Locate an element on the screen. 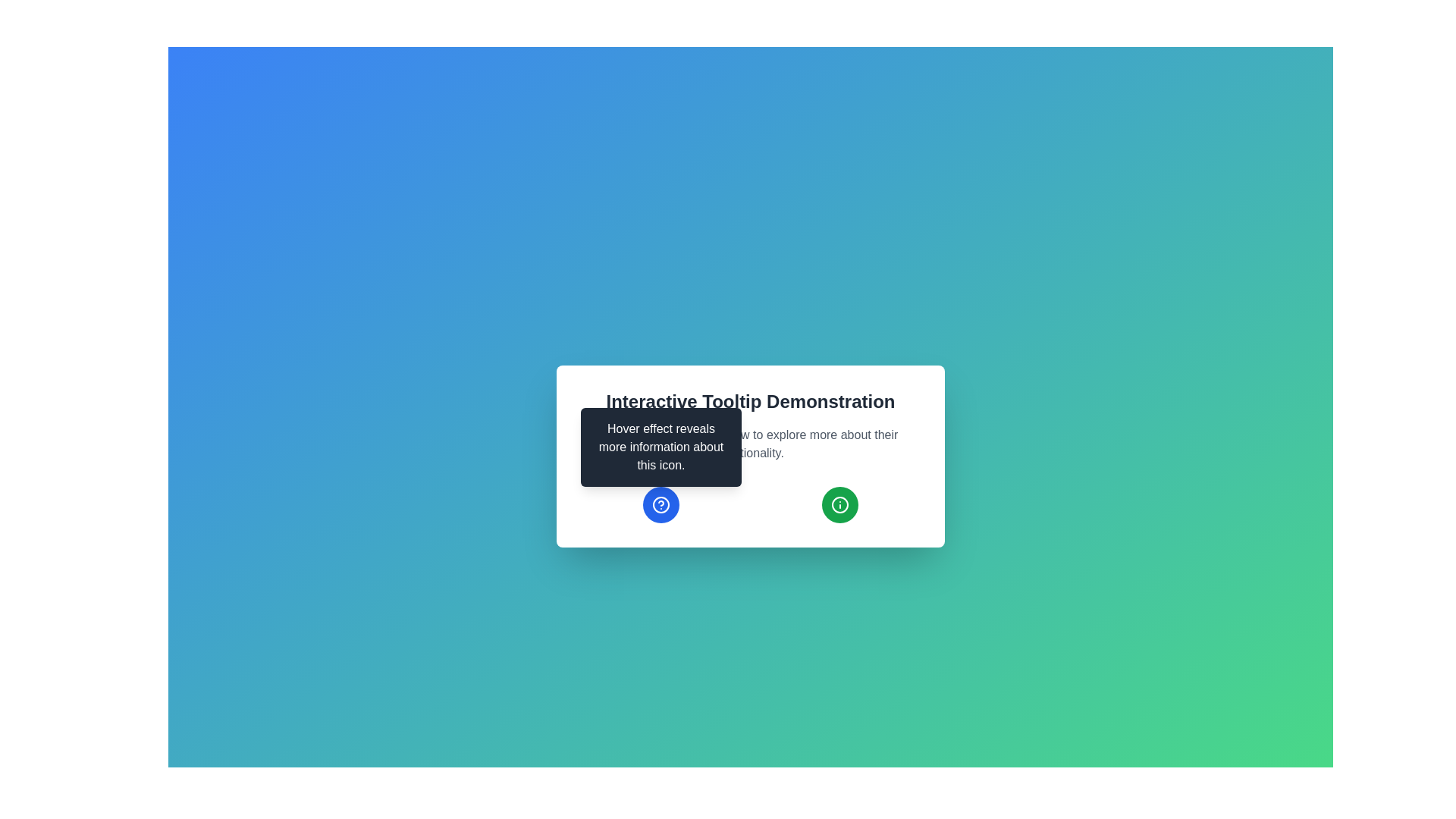 The height and width of the screenshot is (819, 1456). bold, large-sized heading text 'Interactive Tooltip Demonstration' displayed prominently in the upper part of the white card is located at coordinates (750, 400).